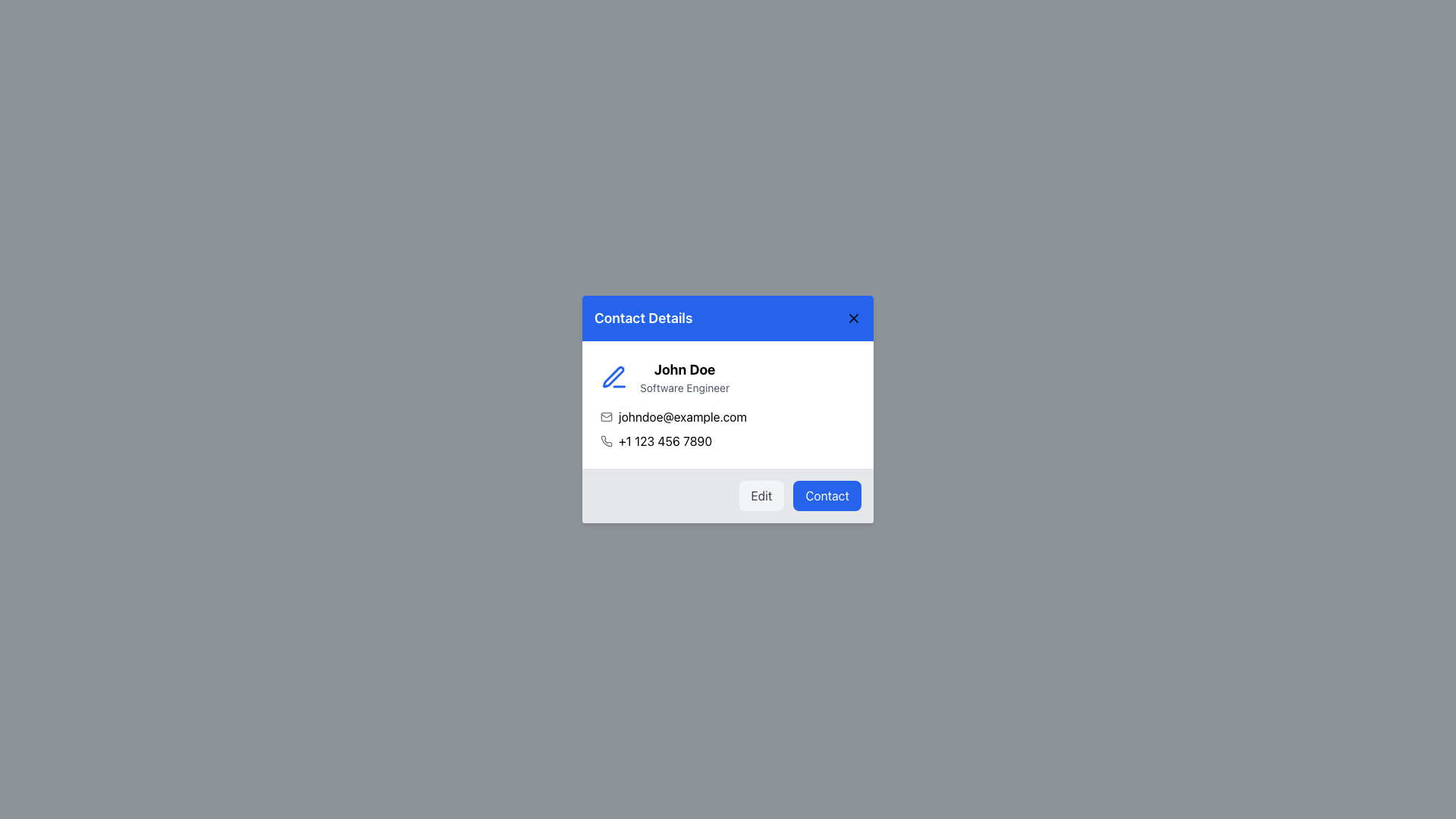 The height and width of the screenshot is (819, 1456). I want to click on the contact action button located in the bottom-right corner of the 'Contact Details' modal to change its style, so click(827, 496).